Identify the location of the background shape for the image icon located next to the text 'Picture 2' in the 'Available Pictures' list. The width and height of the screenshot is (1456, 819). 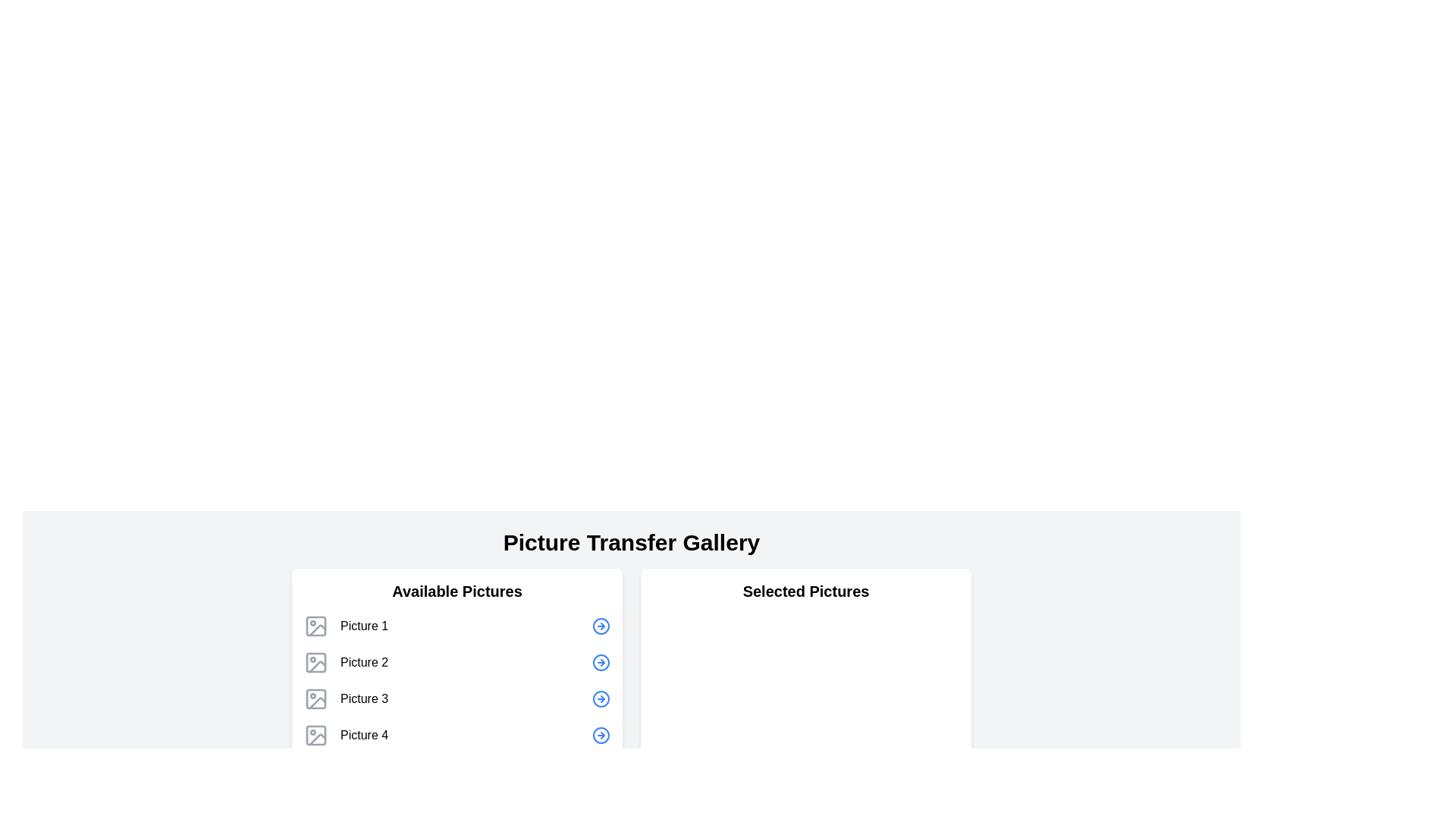
(315, 662).